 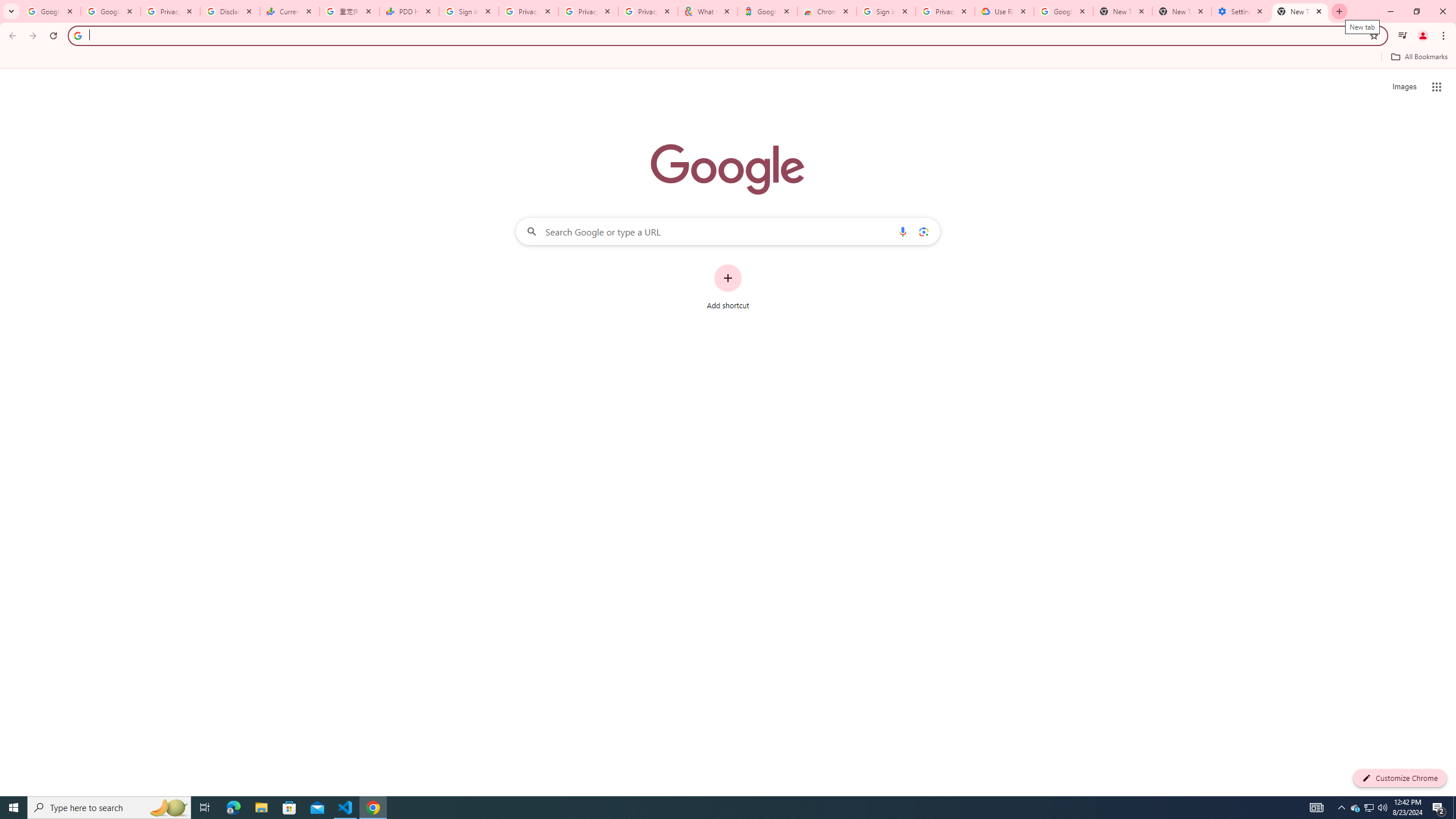 I want to click on 'Privacy Checkup', so click(x=588, y=11).